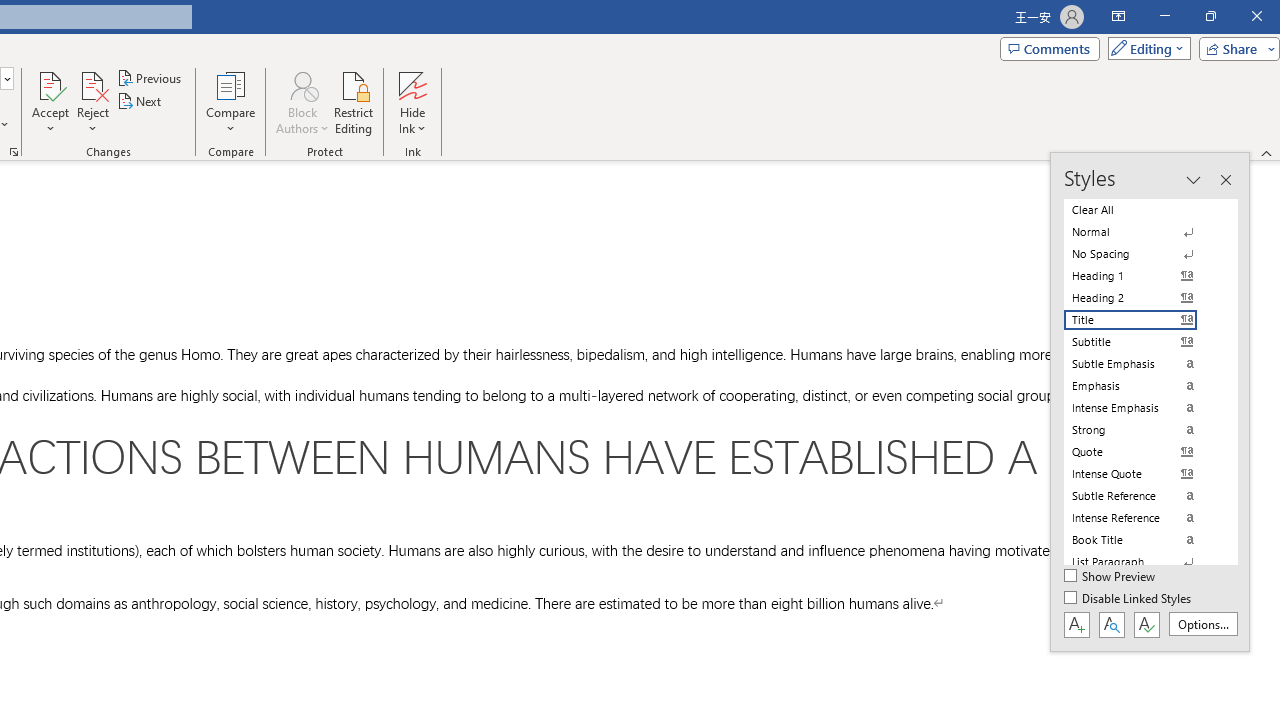  What do you see at coordinates (1142, 253) in the screenshot?
I see `'No Spacing'` at bounding box center [1142, 253].